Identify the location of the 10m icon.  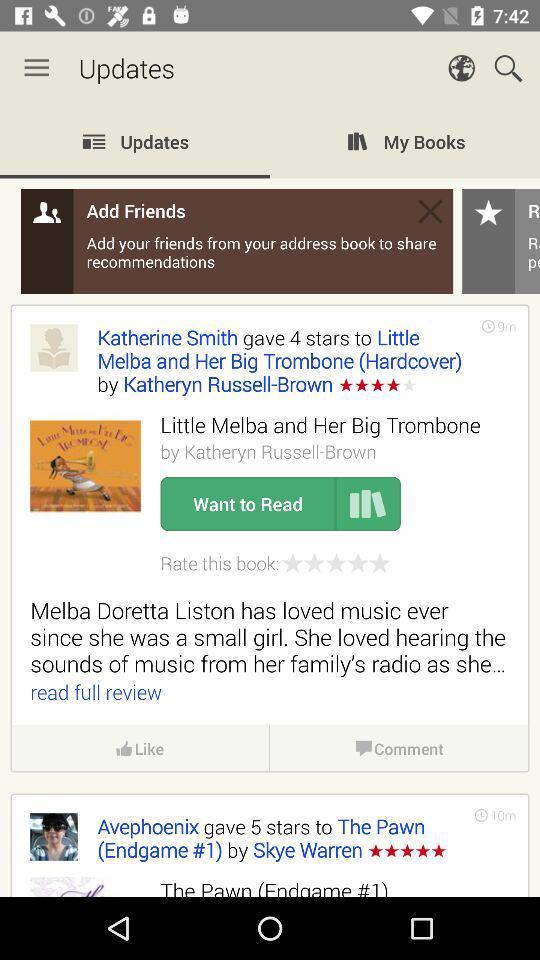
(502, 815).